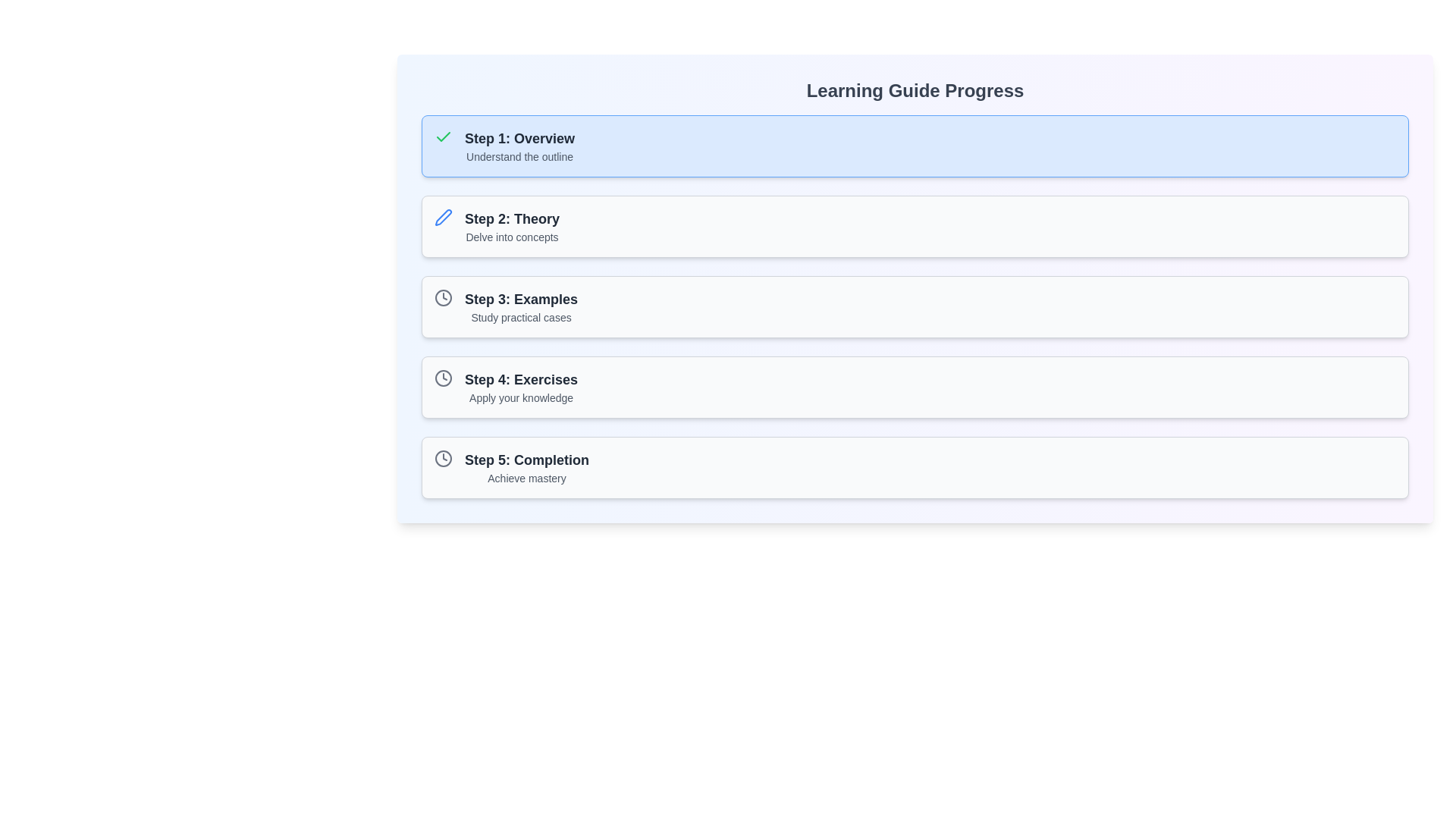  Describe the element at coordinates (527, 459) in the screenshot. I see `the static text label 'Step 5: Completion', which is styled in bold and larger font, serving as the primary header for the fifth item in a sequential guide layout` at that location.